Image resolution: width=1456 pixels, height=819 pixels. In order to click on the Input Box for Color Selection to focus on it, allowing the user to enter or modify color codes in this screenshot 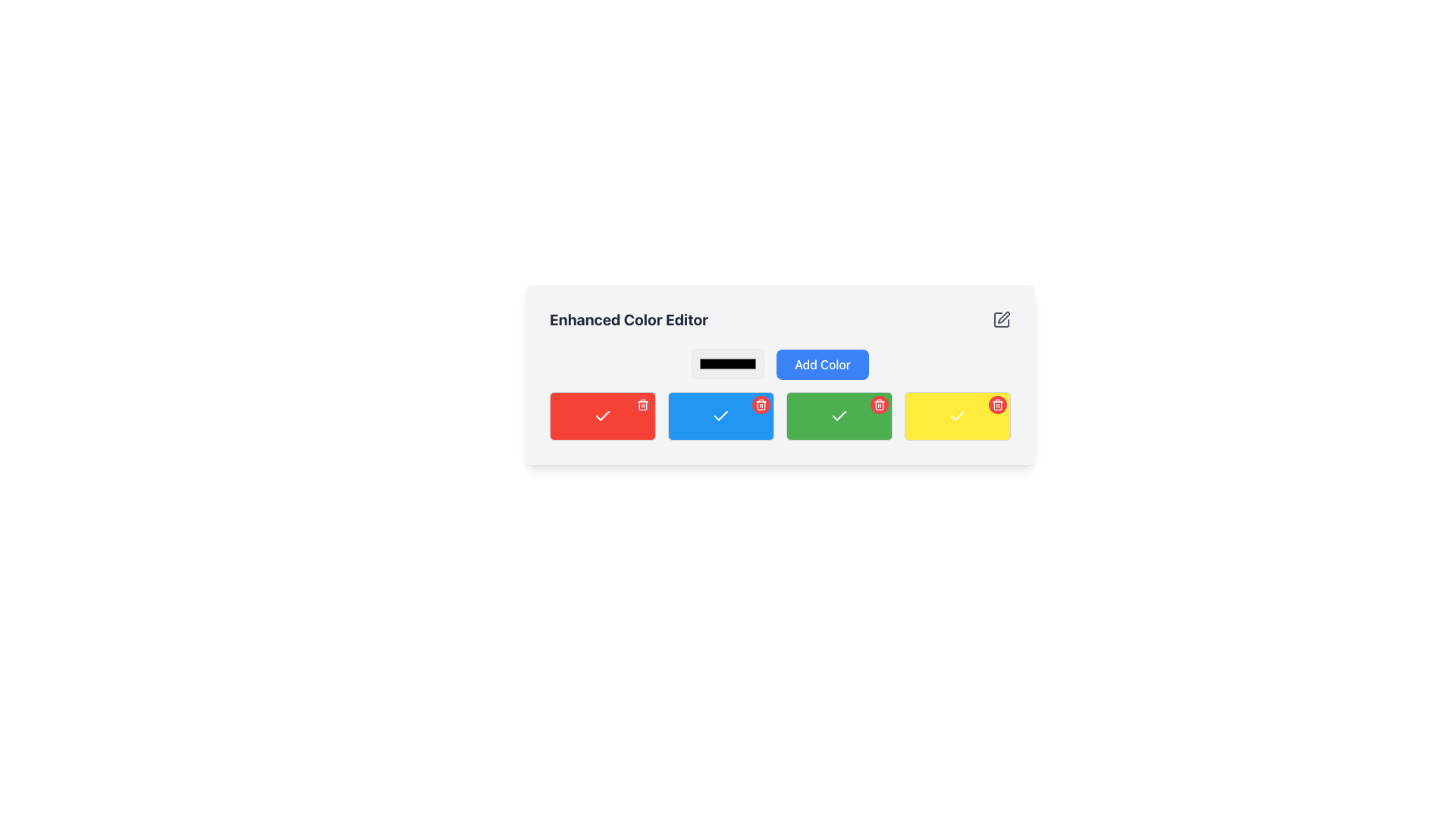, I will do `click(728, 363)`.